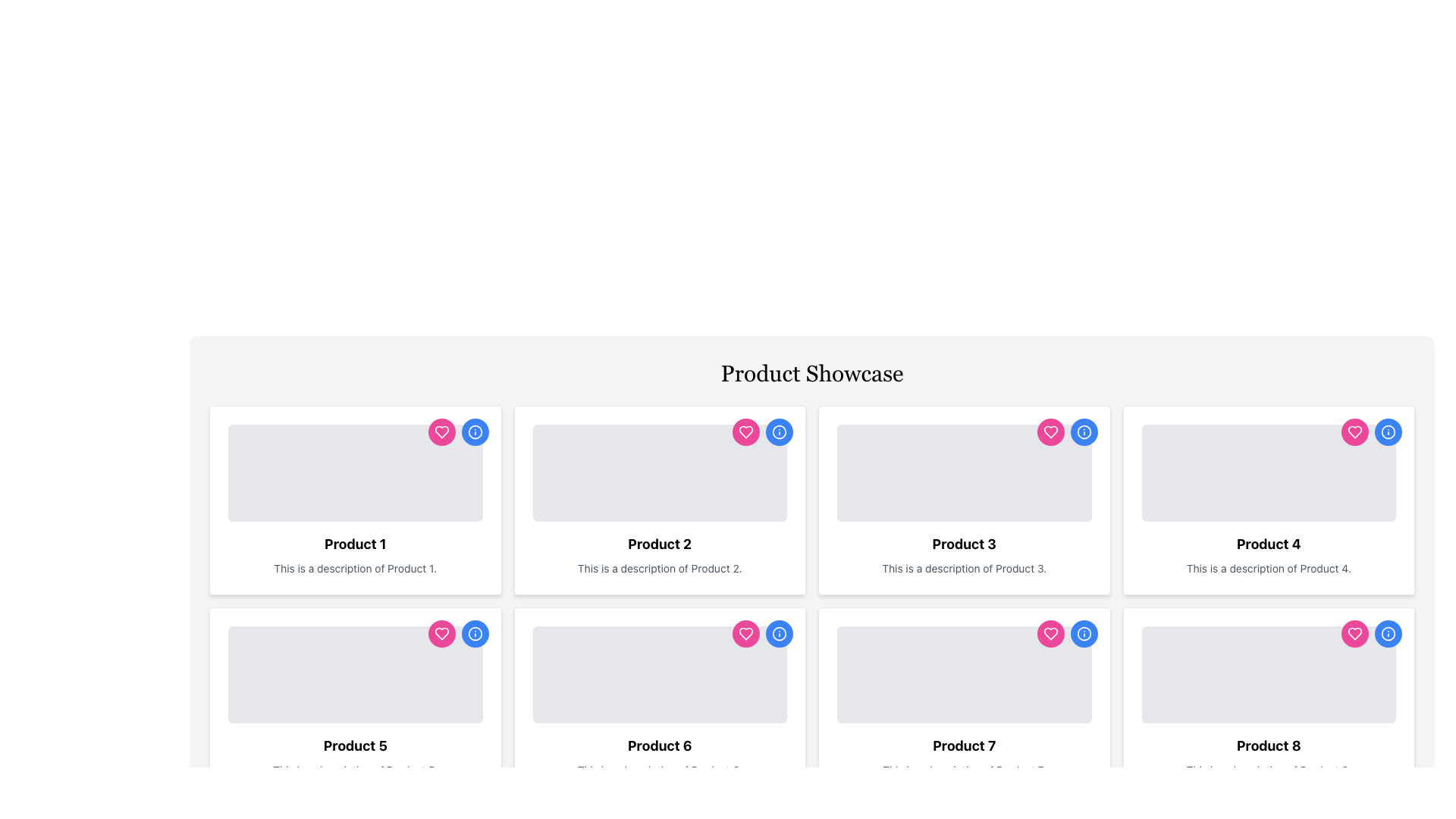 This screenshot has height=819, width=1456. I want to click on the informational icon styled as a circular outline in blue with an 'i' inside, located in the top right corner of the card labeled 'Product 8', so click(1083, 634).